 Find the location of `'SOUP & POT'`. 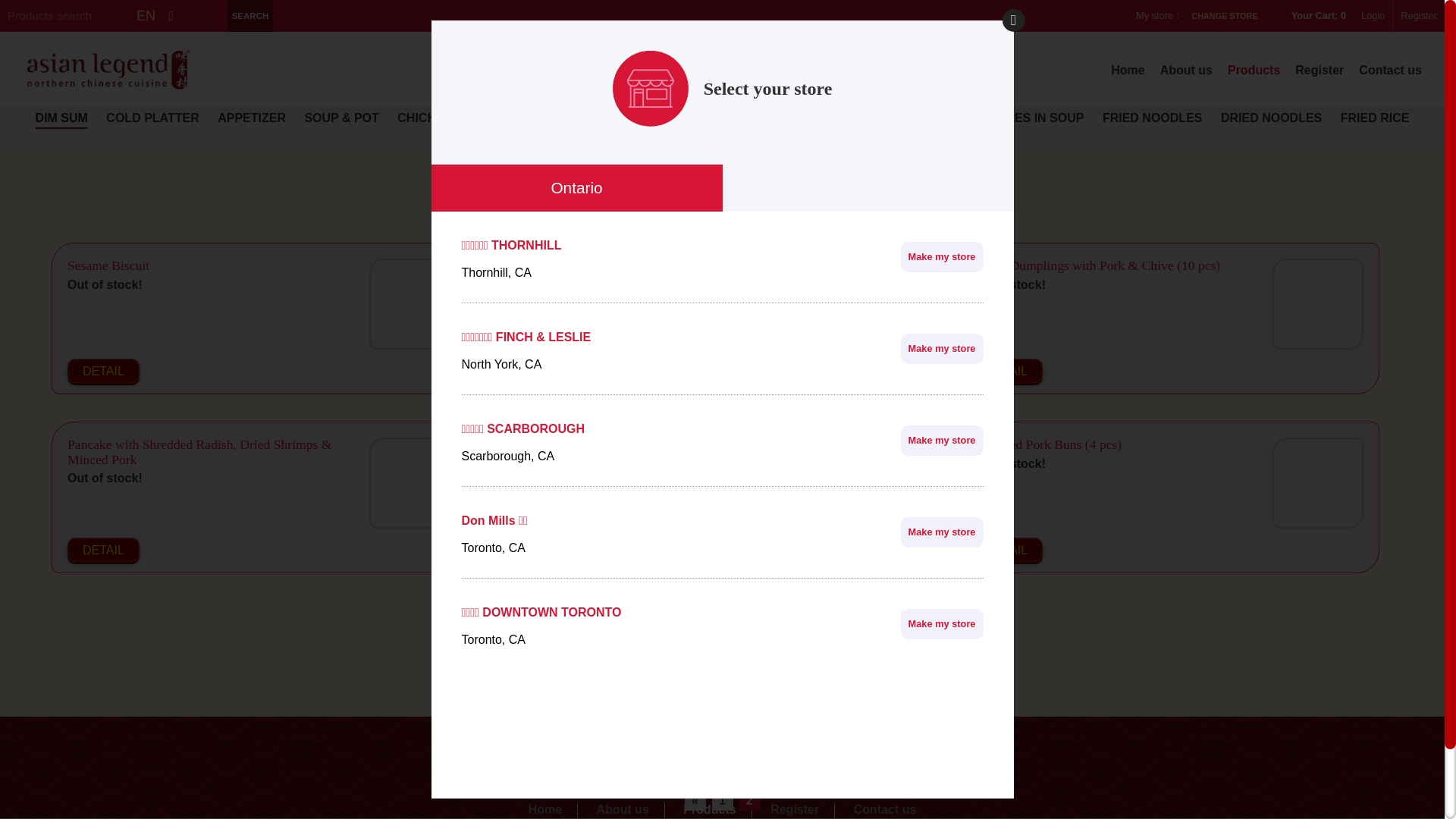

'SOUP & POT' is located at coordinates (340, 117).